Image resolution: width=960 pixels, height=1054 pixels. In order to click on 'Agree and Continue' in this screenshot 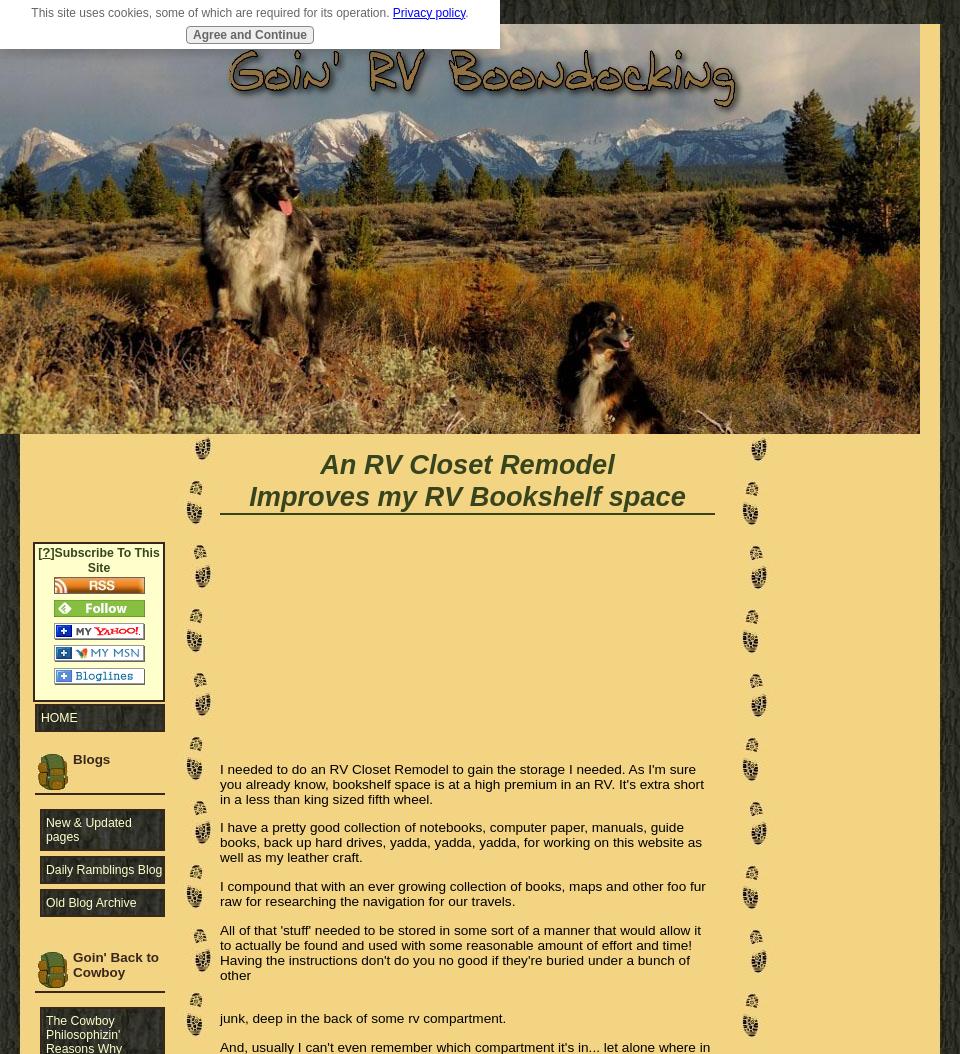, I will do `click(248, 34)`.